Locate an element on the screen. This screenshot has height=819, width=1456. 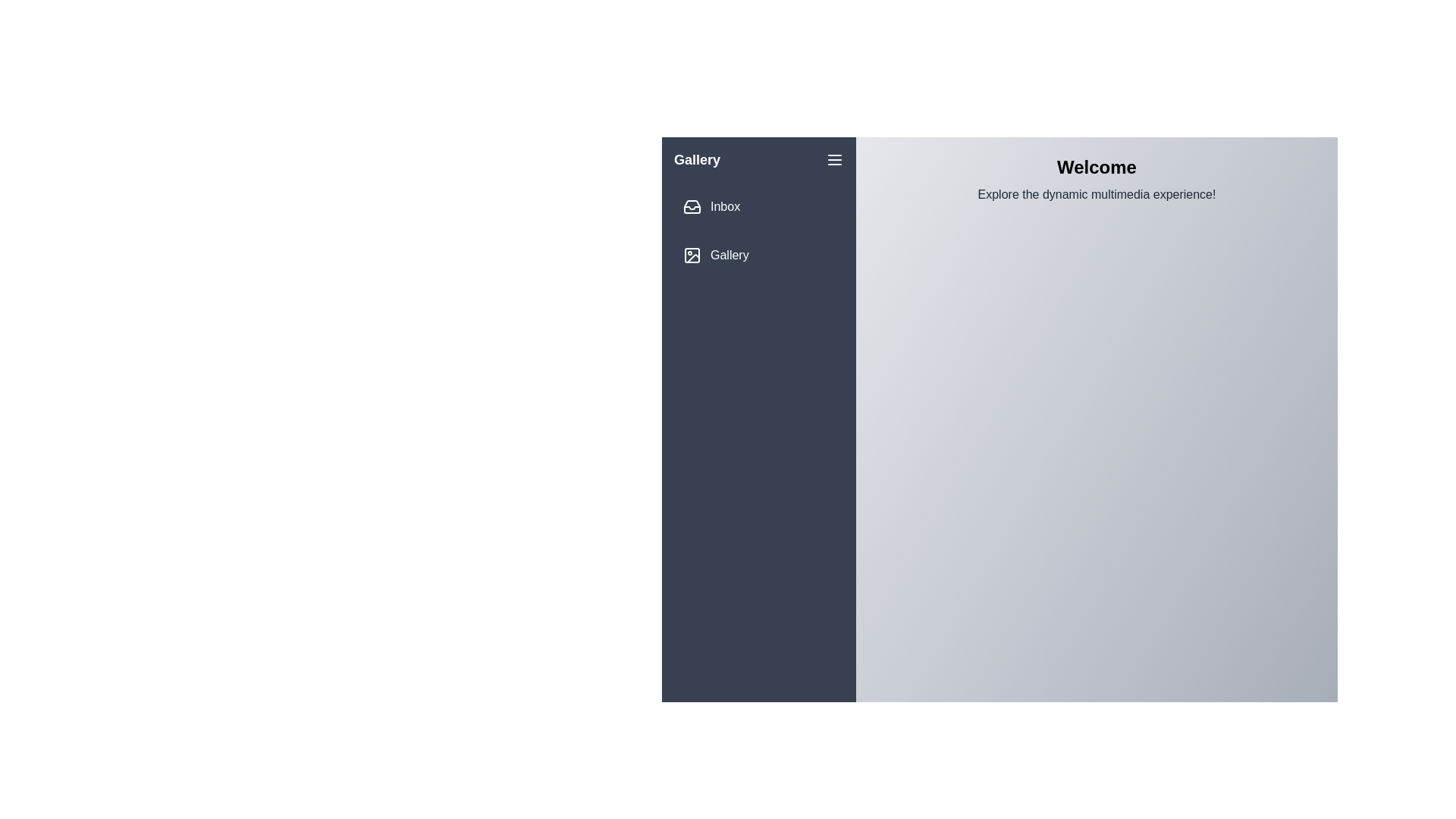
the 'Inbox' icon located in the left sidebar menu, positioned above the 'Gallery' icon is located at coordinates (691, 207).